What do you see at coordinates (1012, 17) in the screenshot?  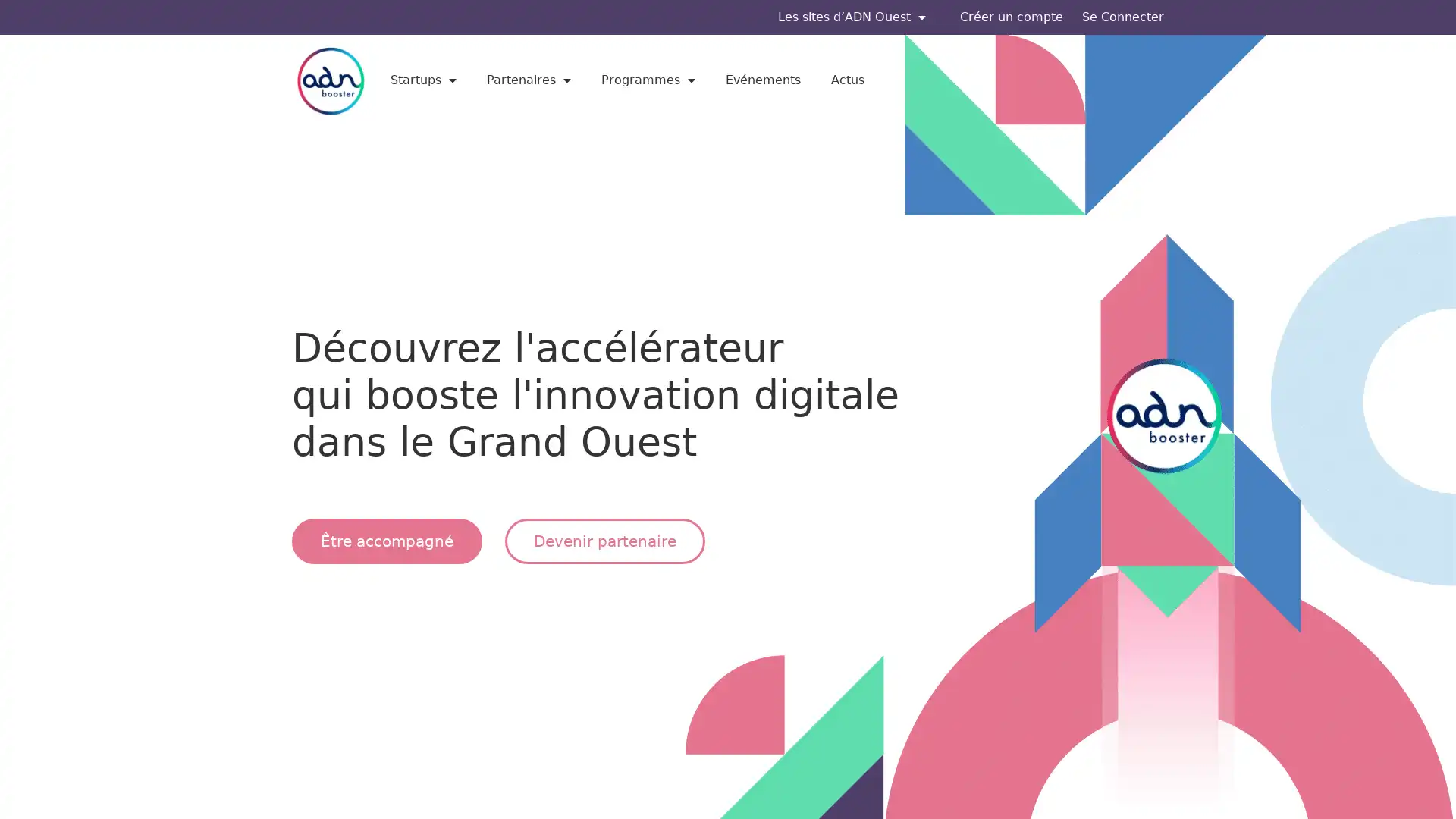 I see `Creer un compte` at bounding box center [1012, 17].